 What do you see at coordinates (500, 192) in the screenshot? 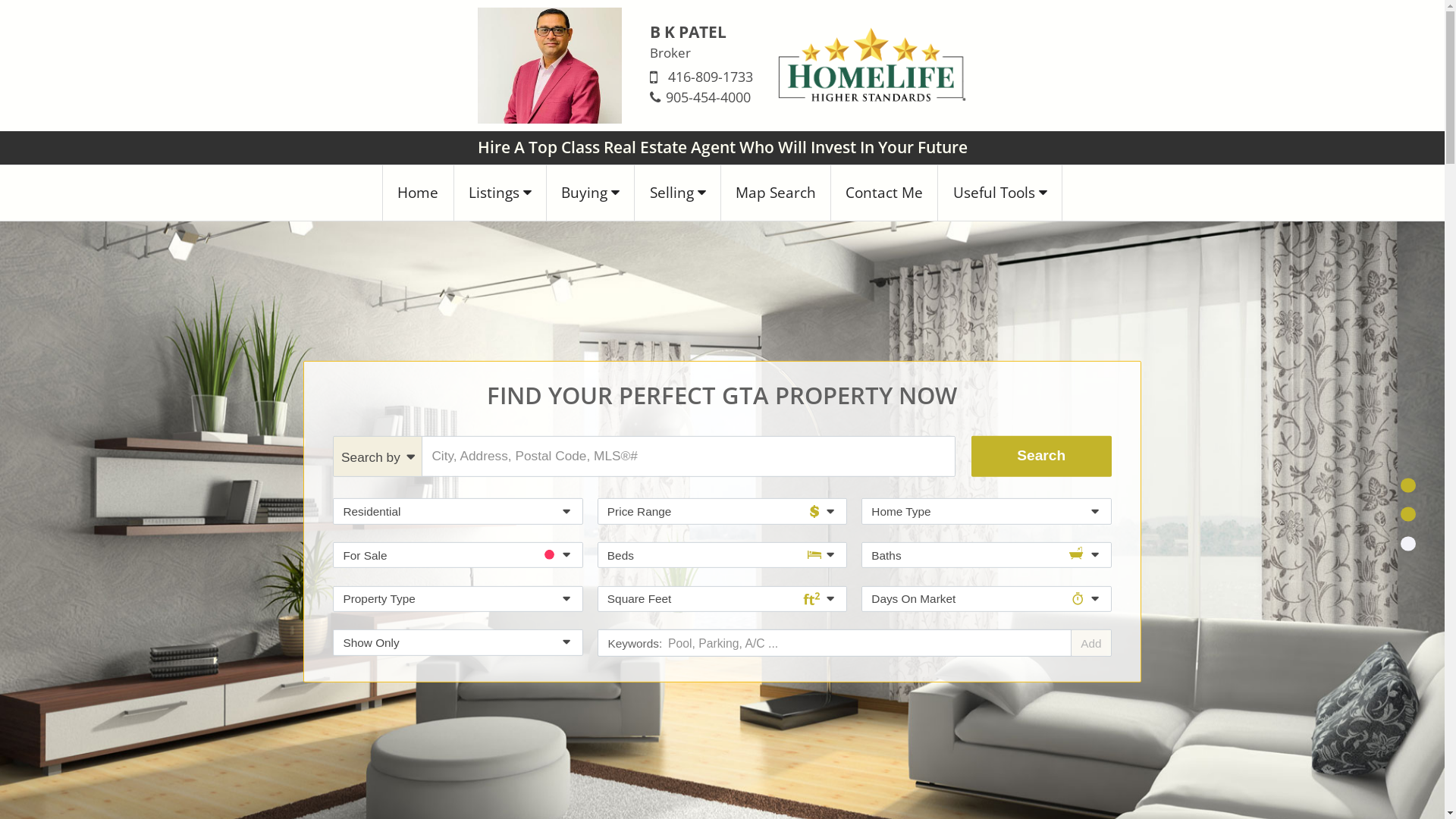
I see `'Listings'` at bounding box center [500, 192].